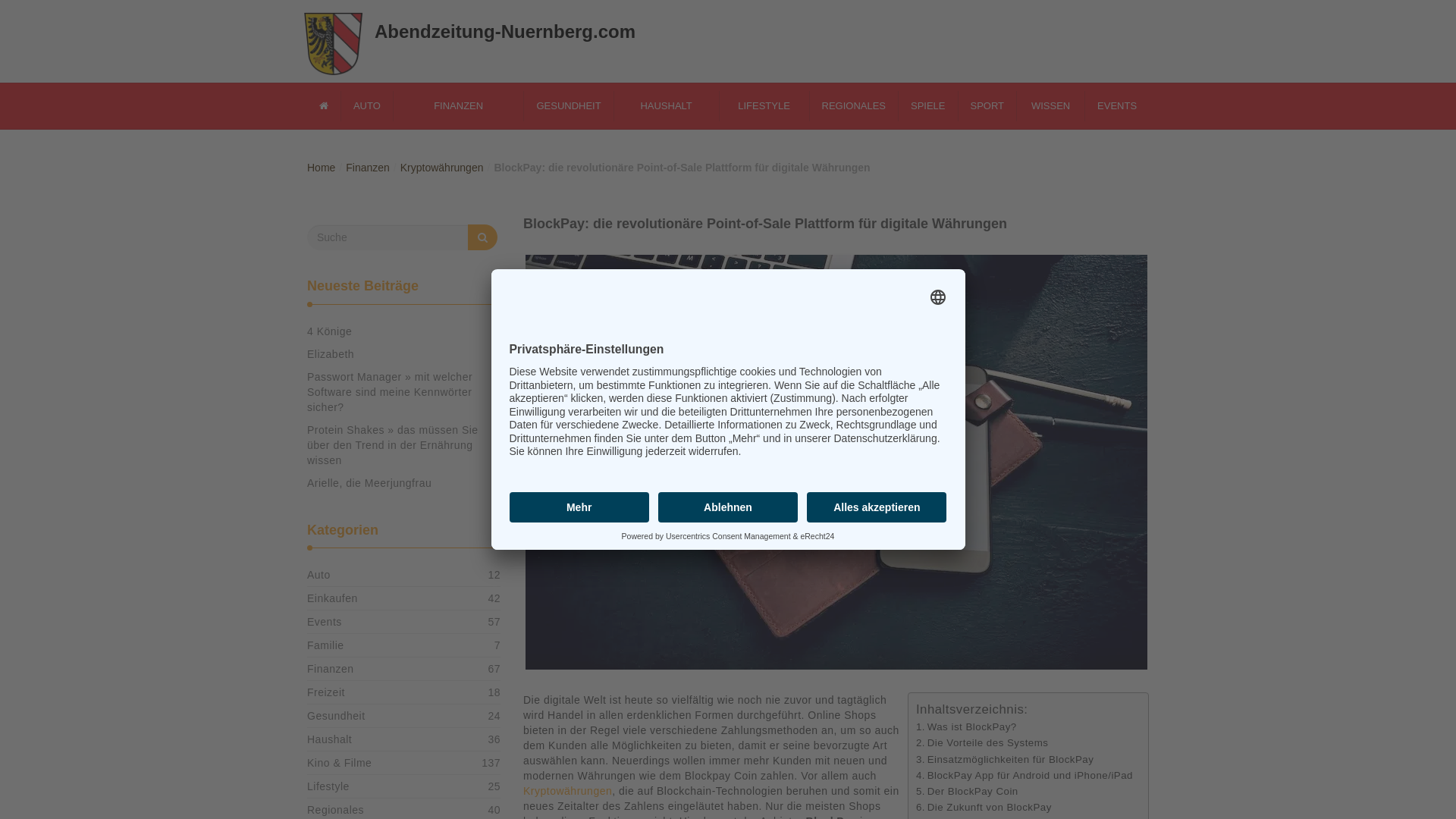 The image size is (1456, 819). I want to click on 'Arielle, die Meerjungfrau', so click(369, 482).